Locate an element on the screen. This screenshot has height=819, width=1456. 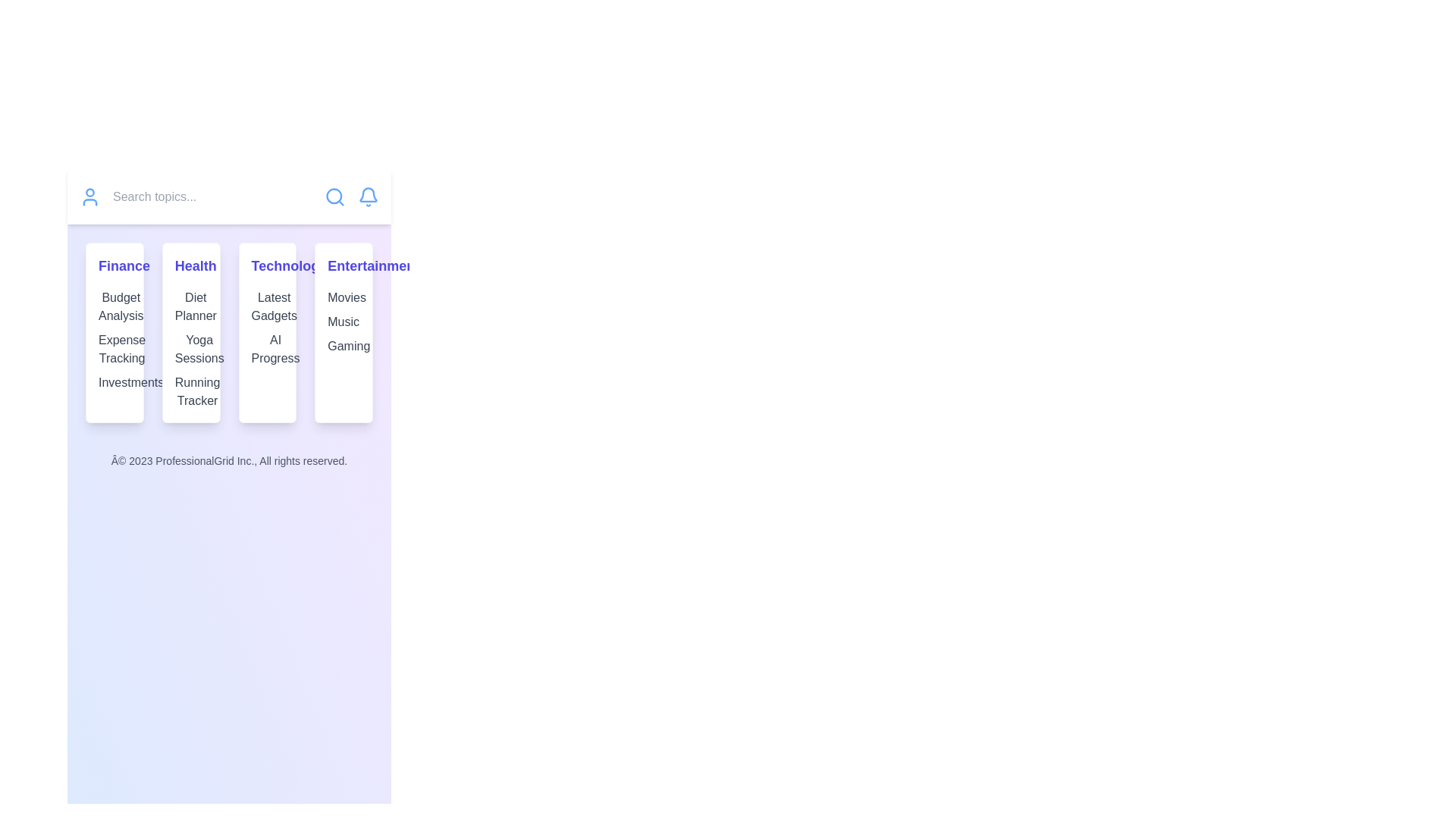
the section card in the grid layout is located at coordinates (228, 332).